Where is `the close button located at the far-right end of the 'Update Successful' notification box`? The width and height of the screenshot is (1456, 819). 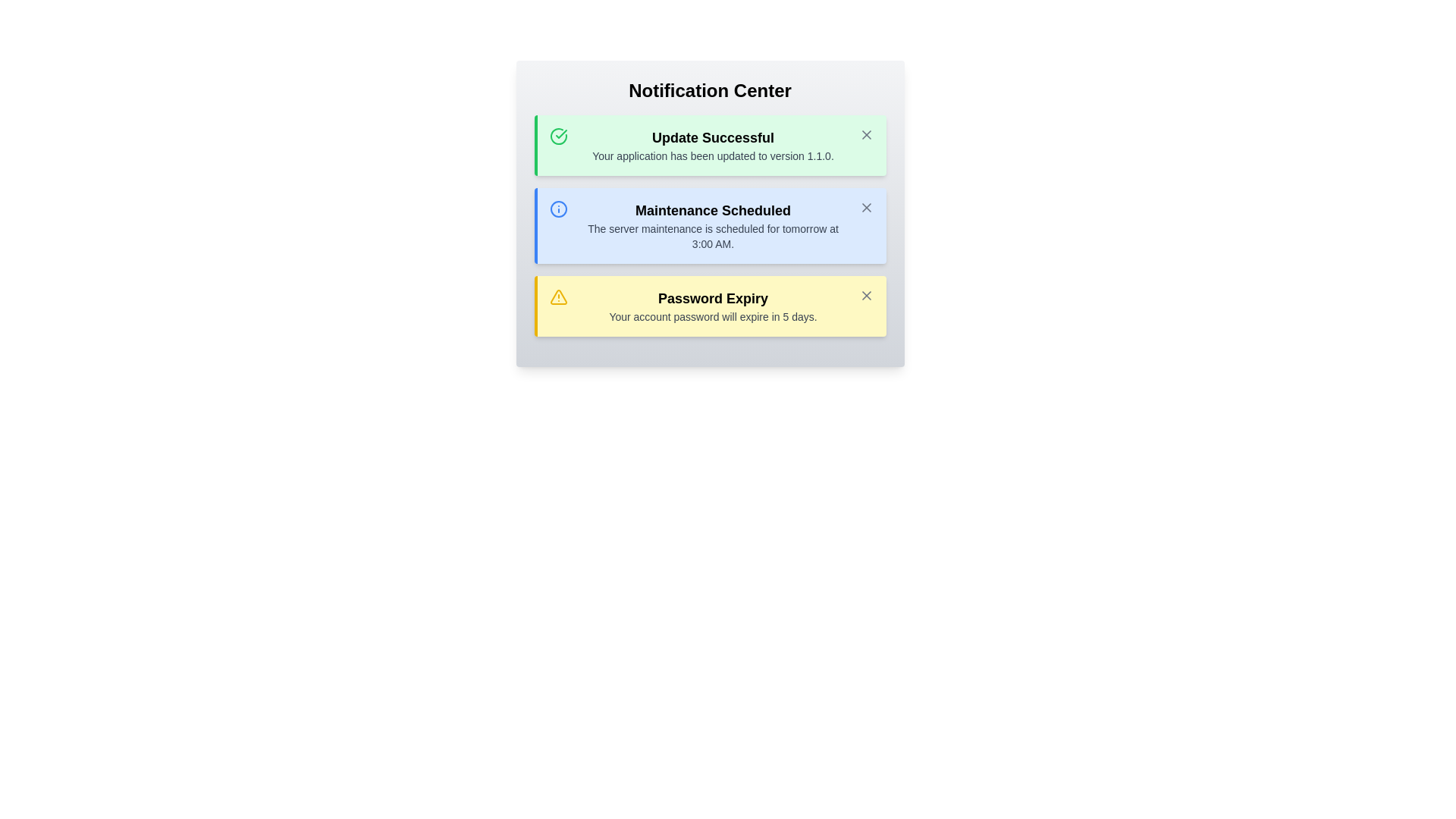
the close button located at the far-right end of the 'Update Successful' notification box is located at coordinates (866, 133).